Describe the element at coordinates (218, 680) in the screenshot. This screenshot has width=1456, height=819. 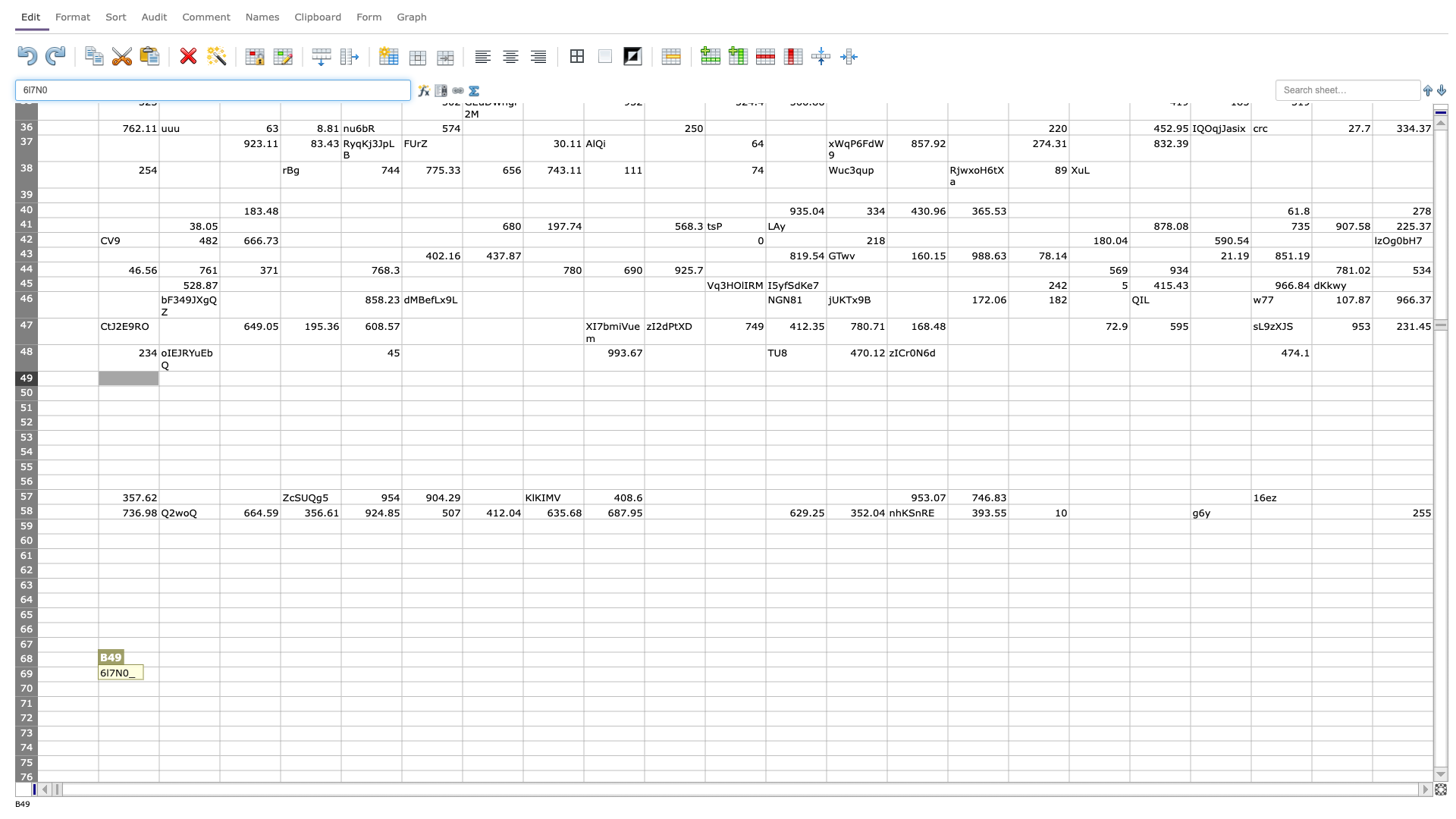
I see `bottom right corner of cell C69` at that location.